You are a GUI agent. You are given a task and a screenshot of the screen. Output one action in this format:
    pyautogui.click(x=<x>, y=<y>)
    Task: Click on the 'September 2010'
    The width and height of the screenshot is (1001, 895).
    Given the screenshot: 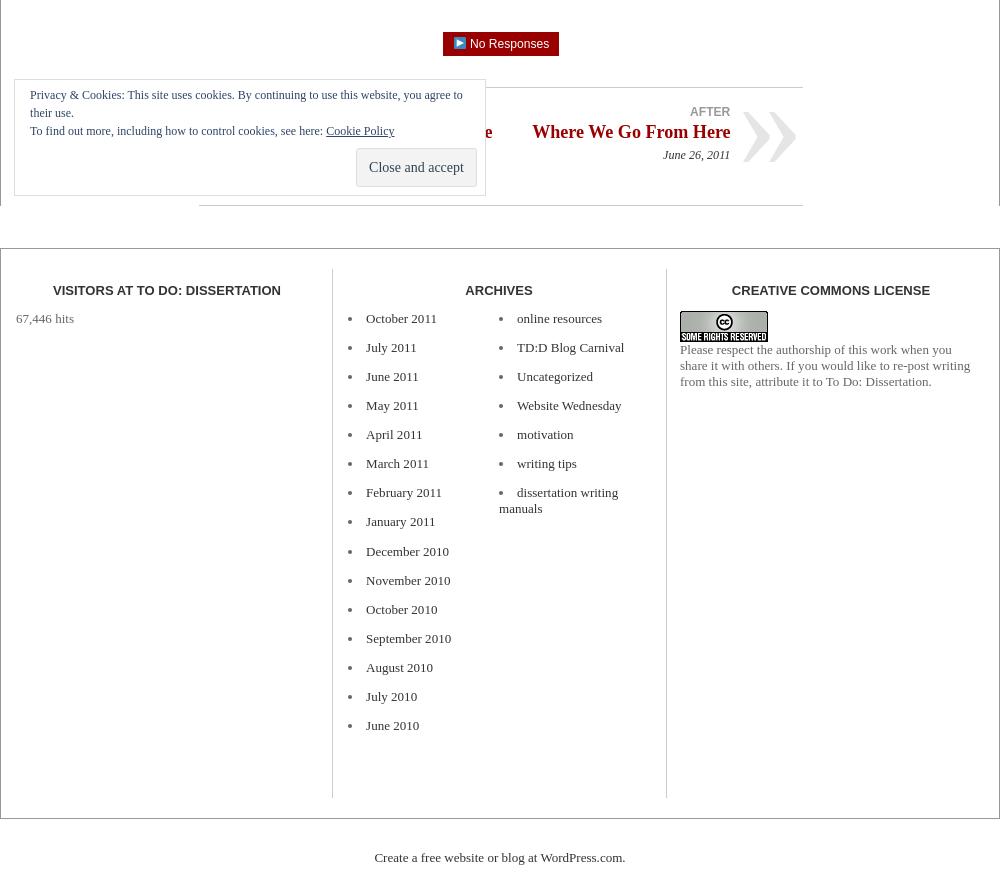 What is the action you would take?
    pyautogui.click(x=407, y=636)
    